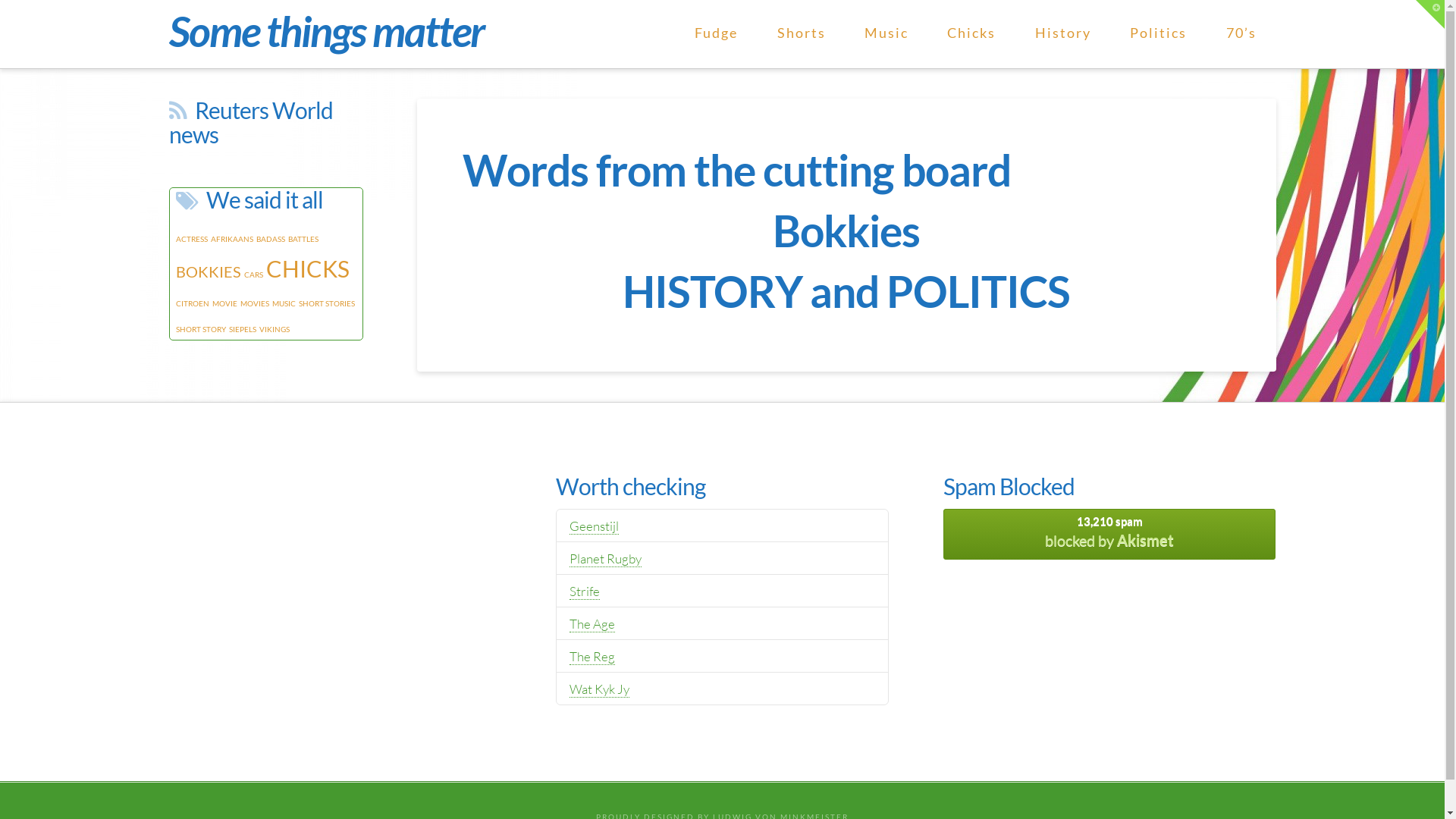  Describe the element at coordinates (593, 526) in the screenshot. I see `'Geenstijl'` at that location.